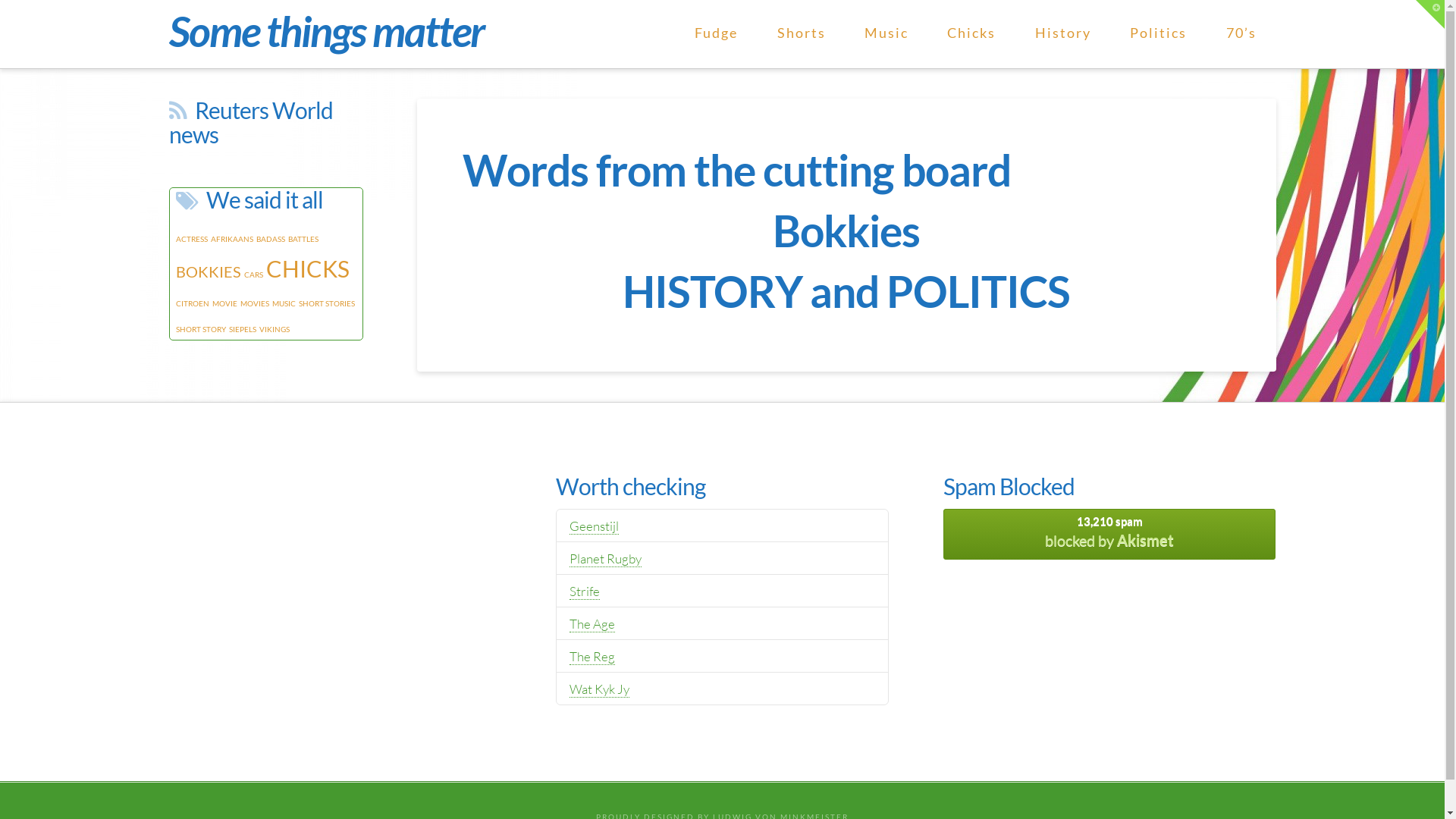  Describe the element at coordinates (593, 526) in the screenshot. I see `'Geenstijl'` at that location.